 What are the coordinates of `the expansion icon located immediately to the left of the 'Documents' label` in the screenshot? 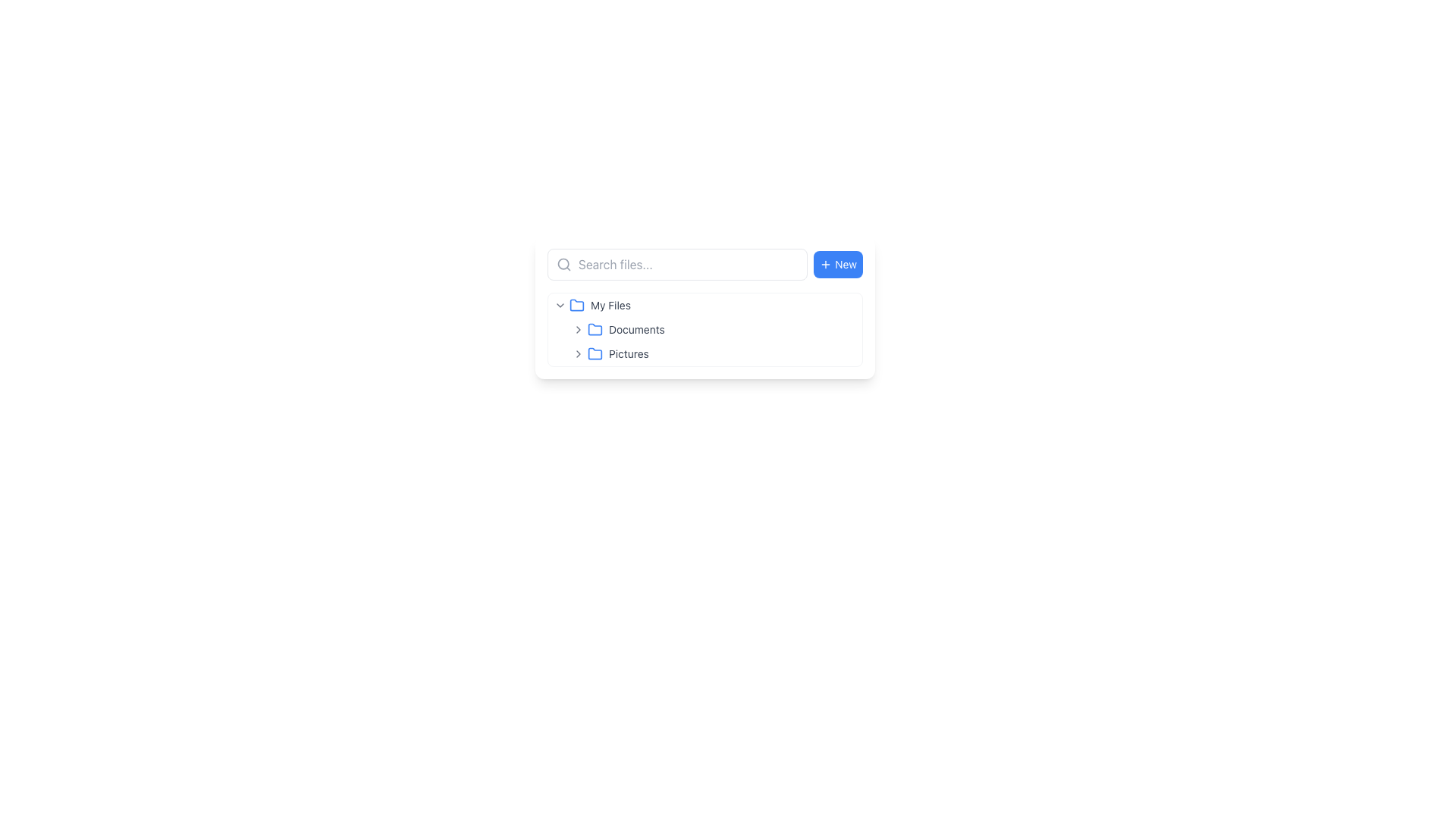 It's located at (578, 329).